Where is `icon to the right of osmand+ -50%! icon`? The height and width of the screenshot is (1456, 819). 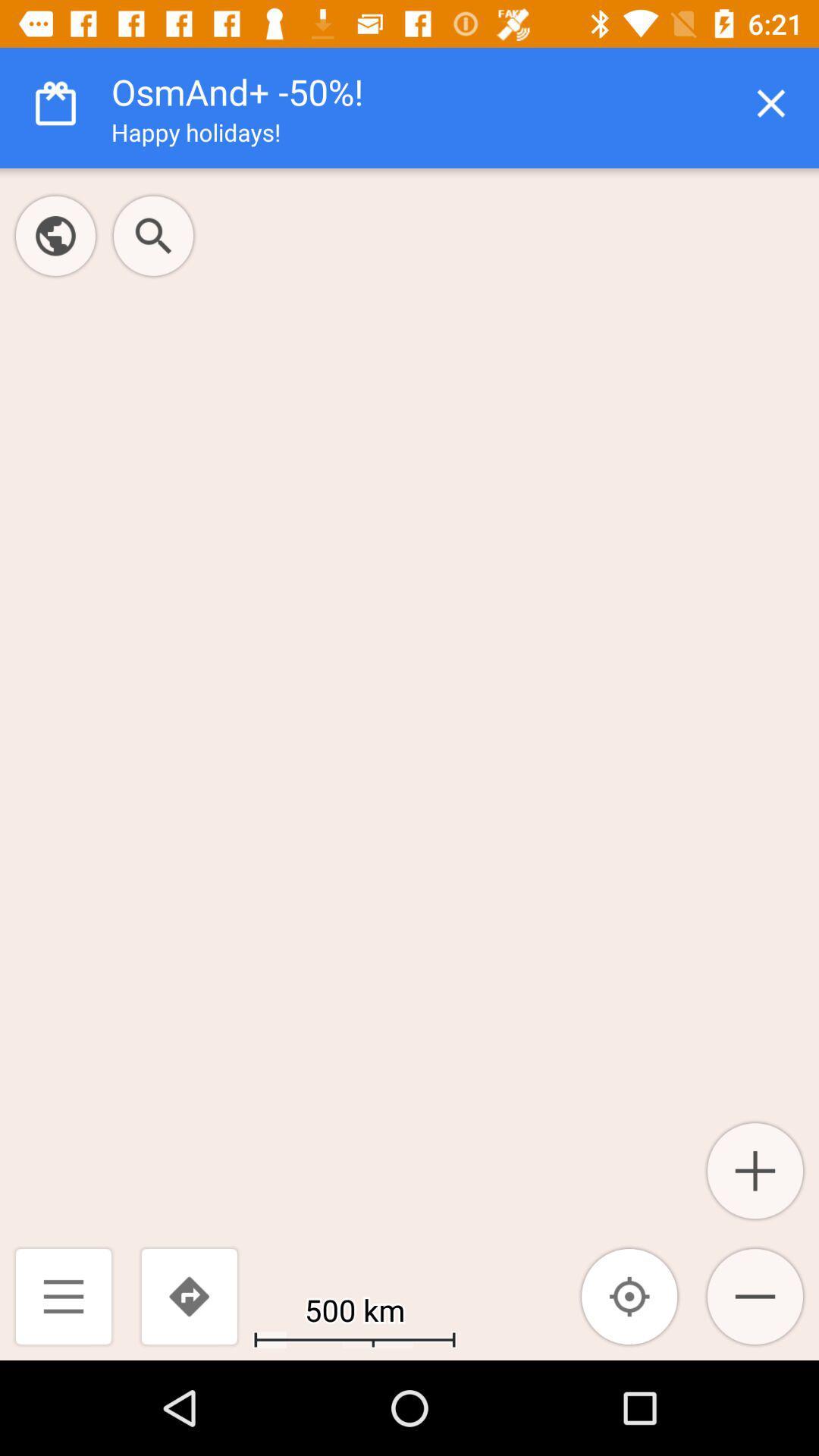 icon to the right of osmand+ -50%! icon is located at coordinates (771, 102).